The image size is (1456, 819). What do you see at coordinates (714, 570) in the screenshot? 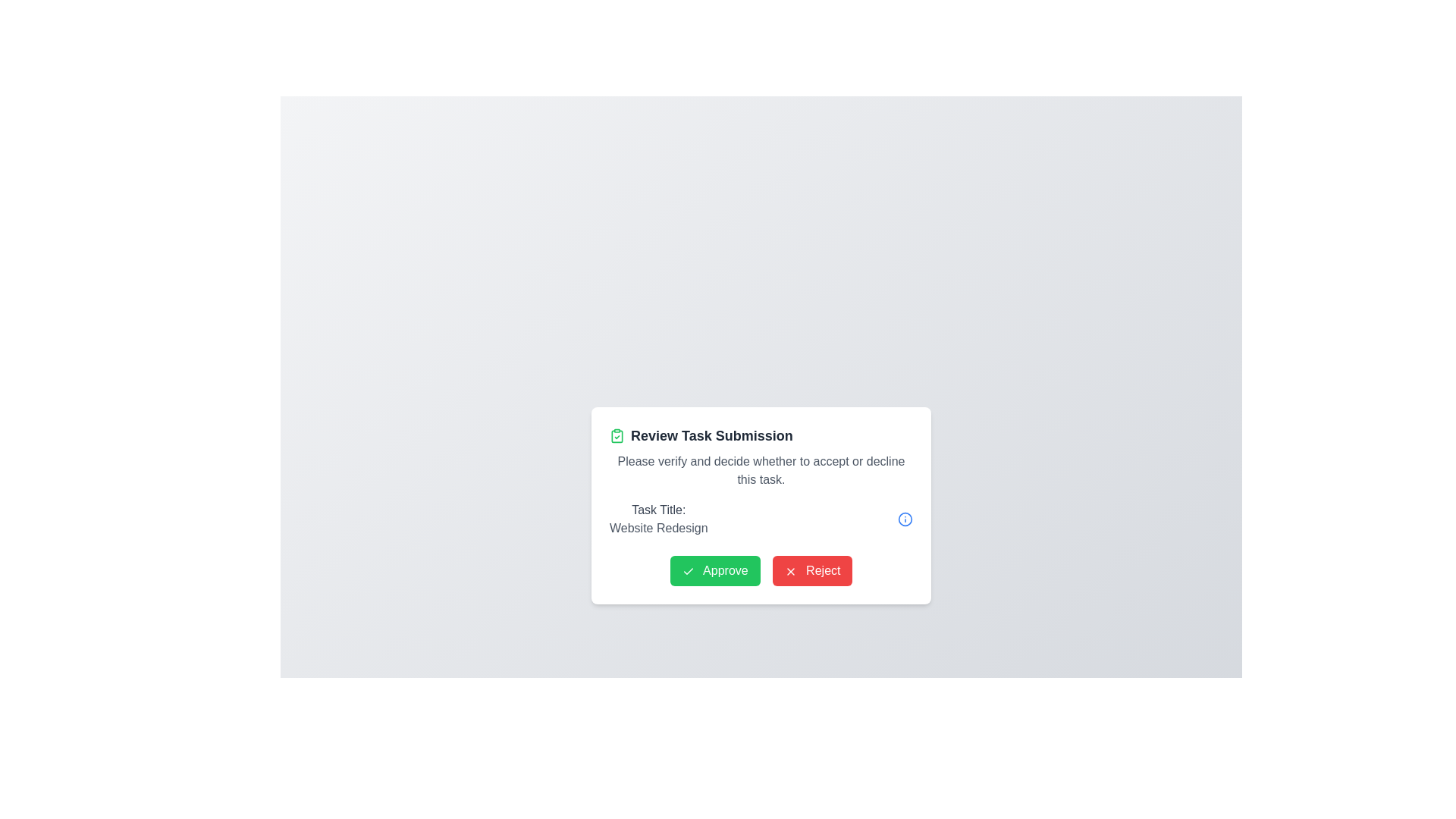
I see `the green 'Approve' button with rounded corners that features a checkmark icon and white text` at bounding box center [714, 570].